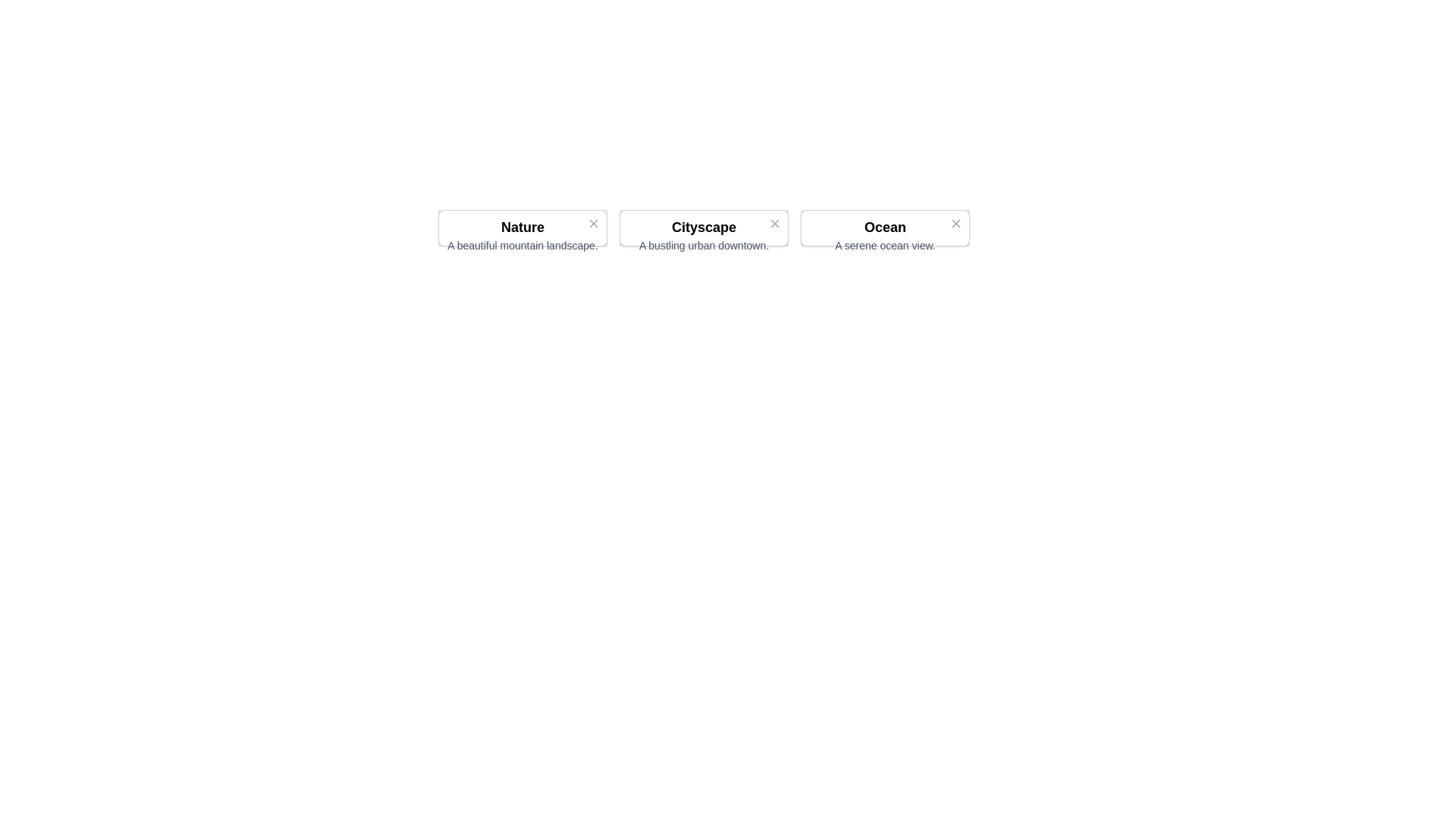  I want to click on the informational block located between the 'Nature' and 'Ocean' sections in the grid layout, so click(703, 227).